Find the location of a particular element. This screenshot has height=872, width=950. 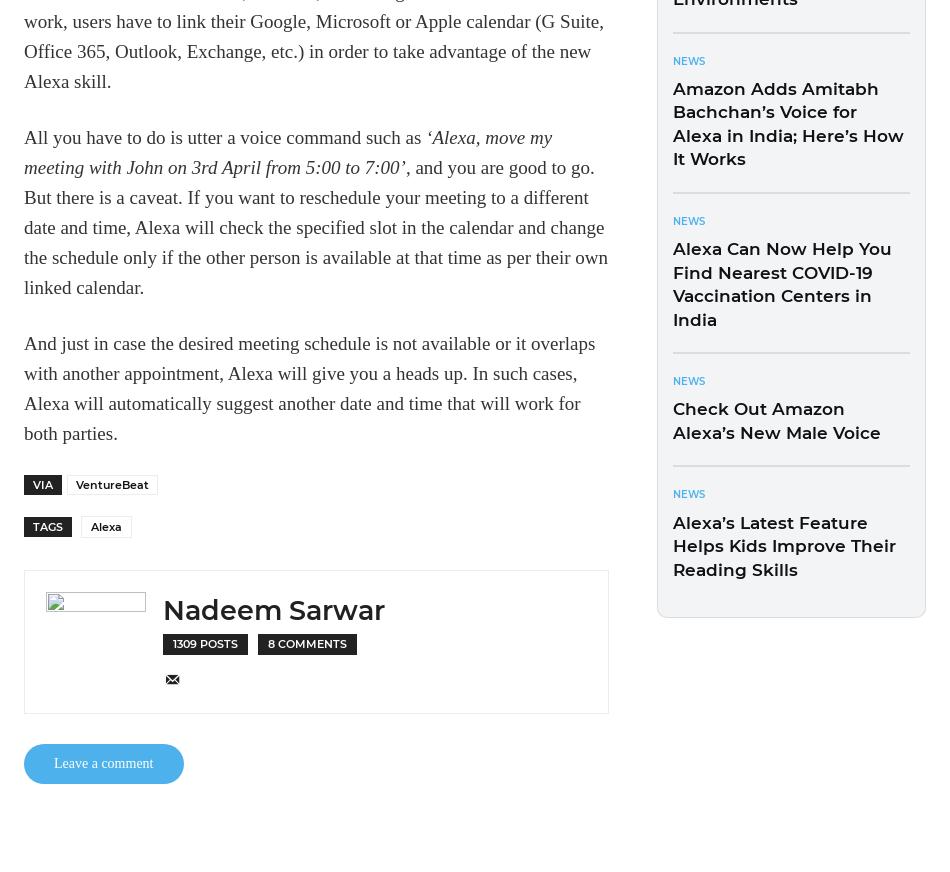

'1309 Posts' is located at coordinates (205, 643).